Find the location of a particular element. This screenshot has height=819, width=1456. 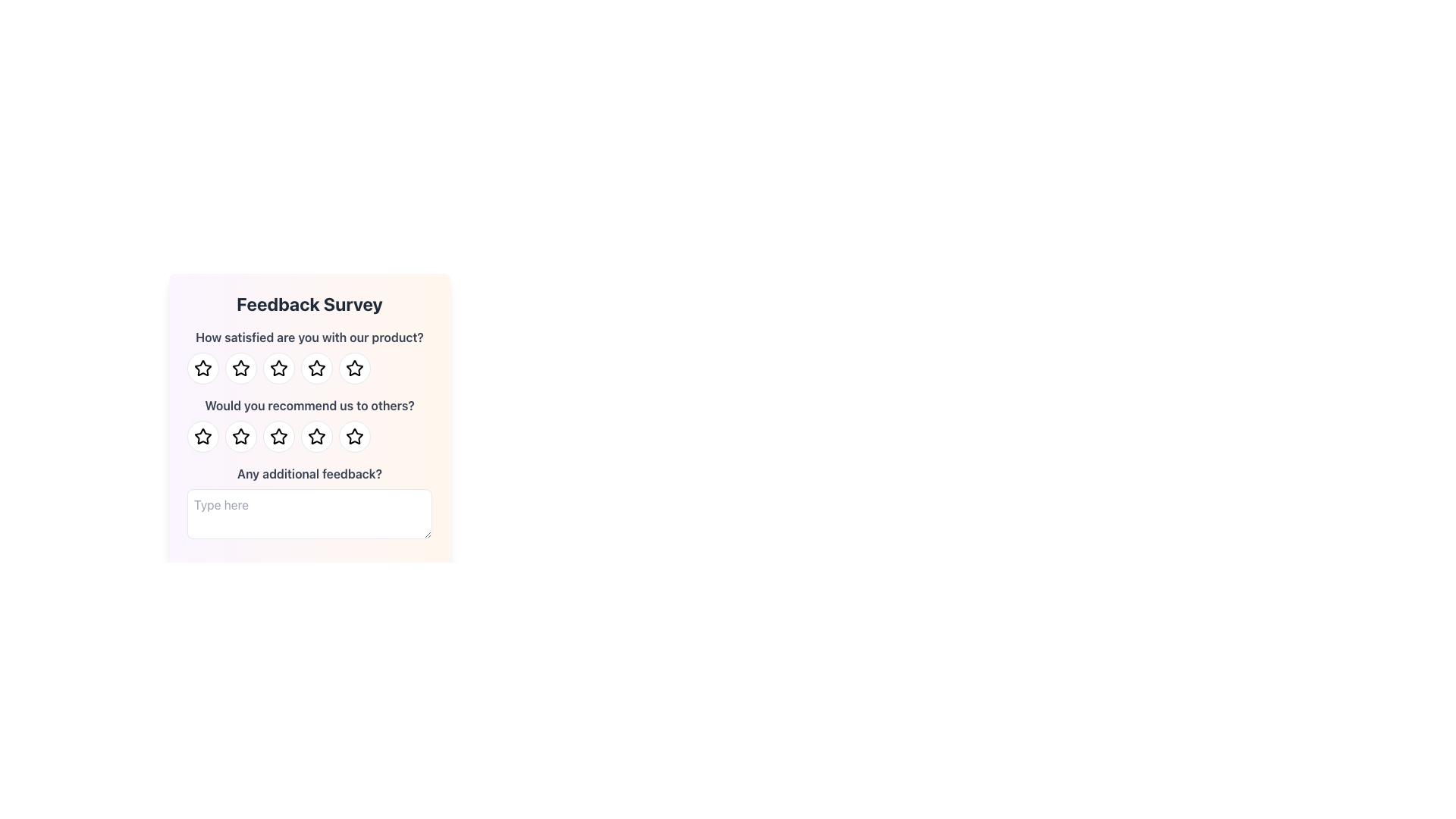

the second star icon in the top rating row under the question 'How satisfied are you with our product?' is located at coordinates (240, 368).